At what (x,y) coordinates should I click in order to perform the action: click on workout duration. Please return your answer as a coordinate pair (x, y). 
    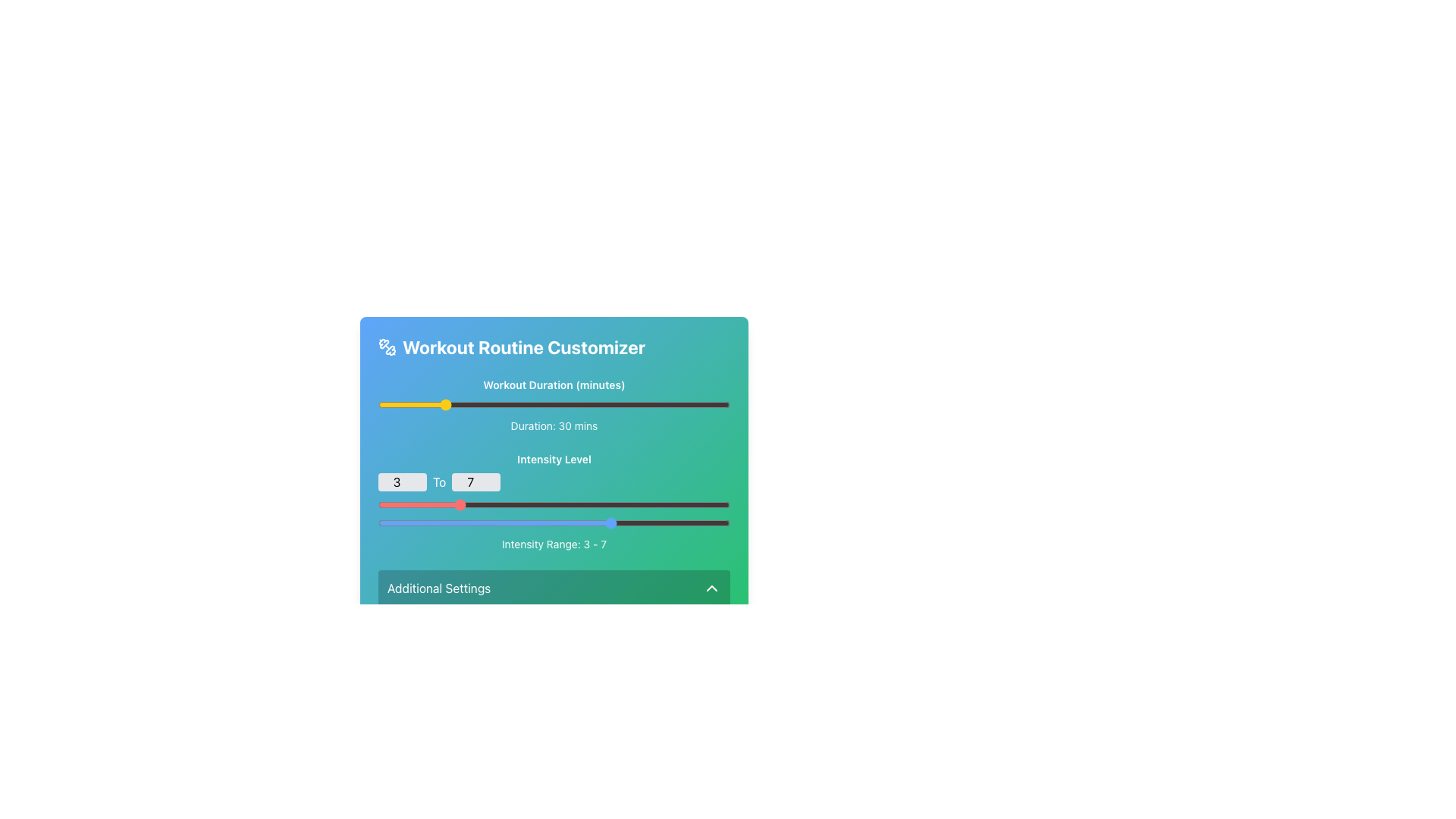
    Looking at the image, I should click on (470, 403).